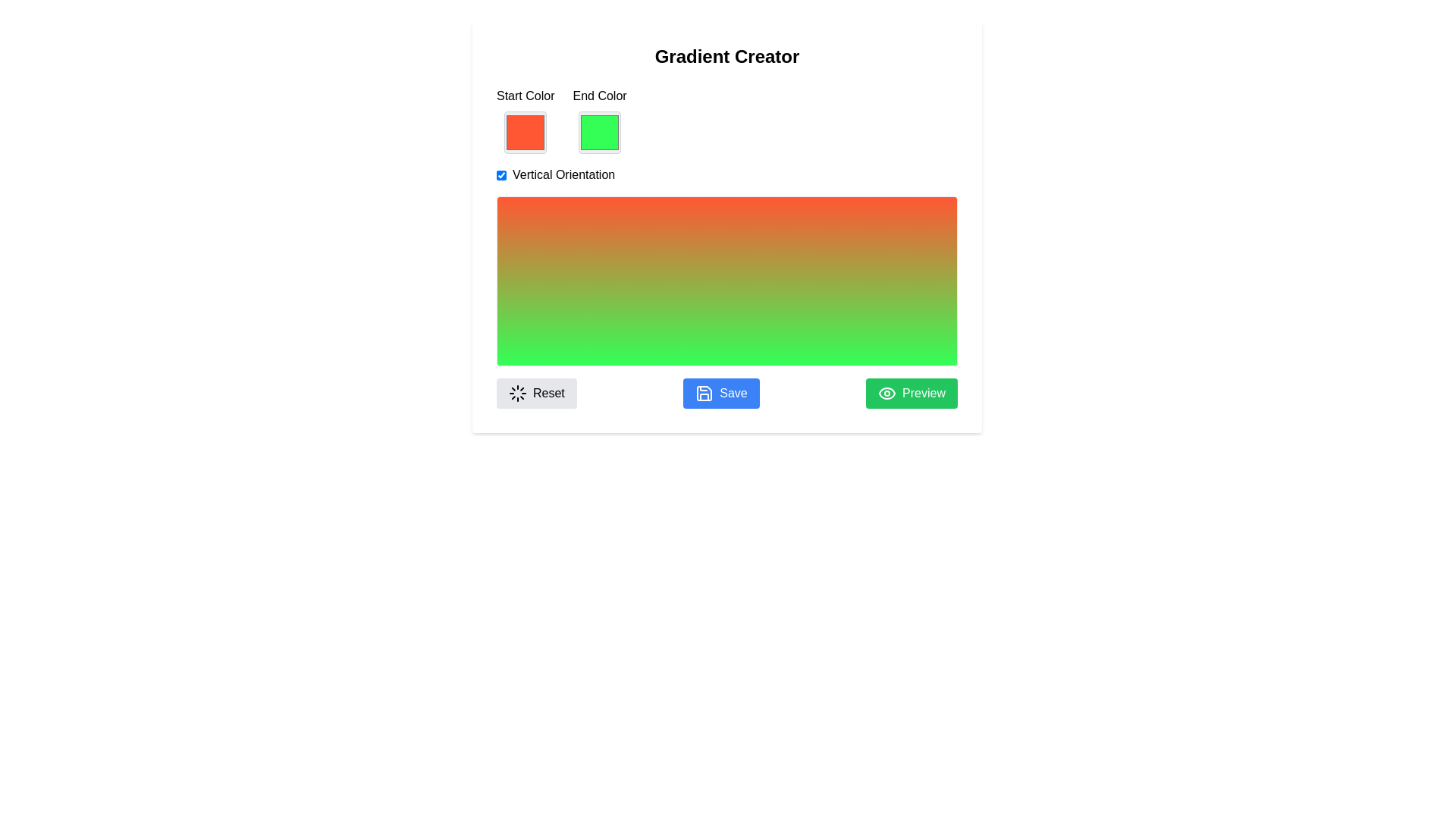 The width and height of the screenshot is (1456, 819). What do you see at coordinates (704, 393) in the screenshot?
I see `the 'Save' button which contains the floppy disk icon on its left side, positioned between the 'Reset' and 'Preview' labels` at bounding box center [704, 393].